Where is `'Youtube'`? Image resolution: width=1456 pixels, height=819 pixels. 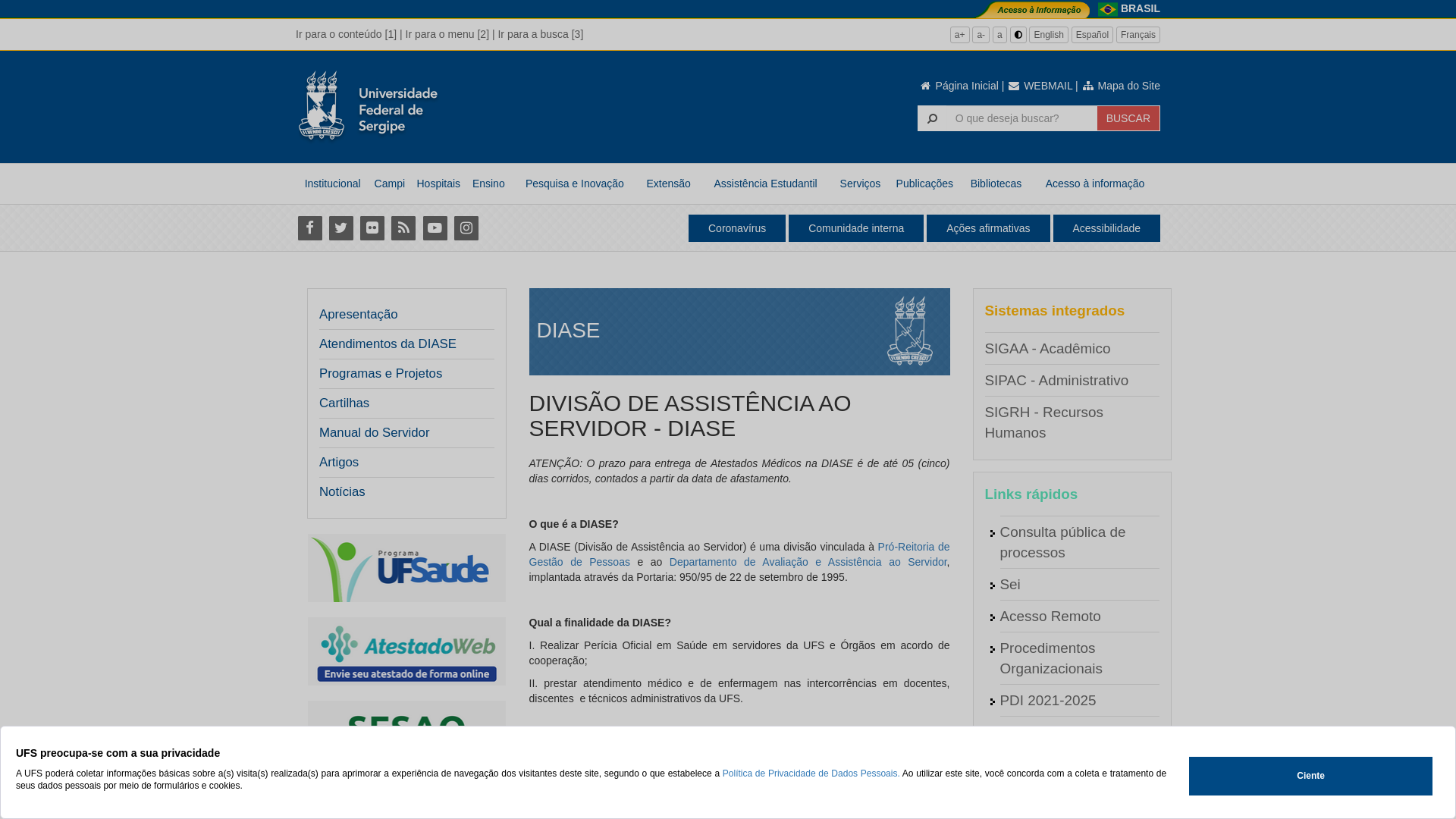
'Youtube' is located at coordinates (434, 227).